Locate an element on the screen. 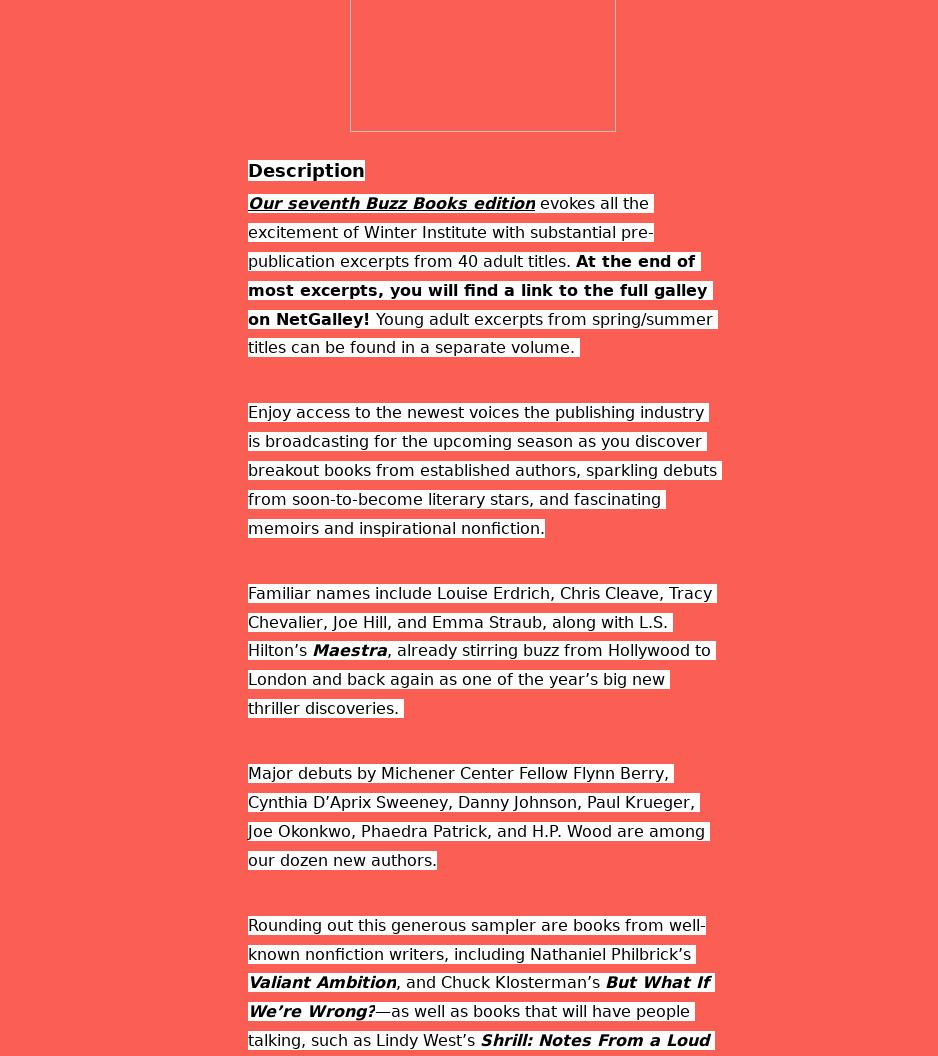  'Rounding out this generous sampler are books from well-known nonfiction writers, including Nathaniel Philbrick’s' is located at coordinates (476, 938).